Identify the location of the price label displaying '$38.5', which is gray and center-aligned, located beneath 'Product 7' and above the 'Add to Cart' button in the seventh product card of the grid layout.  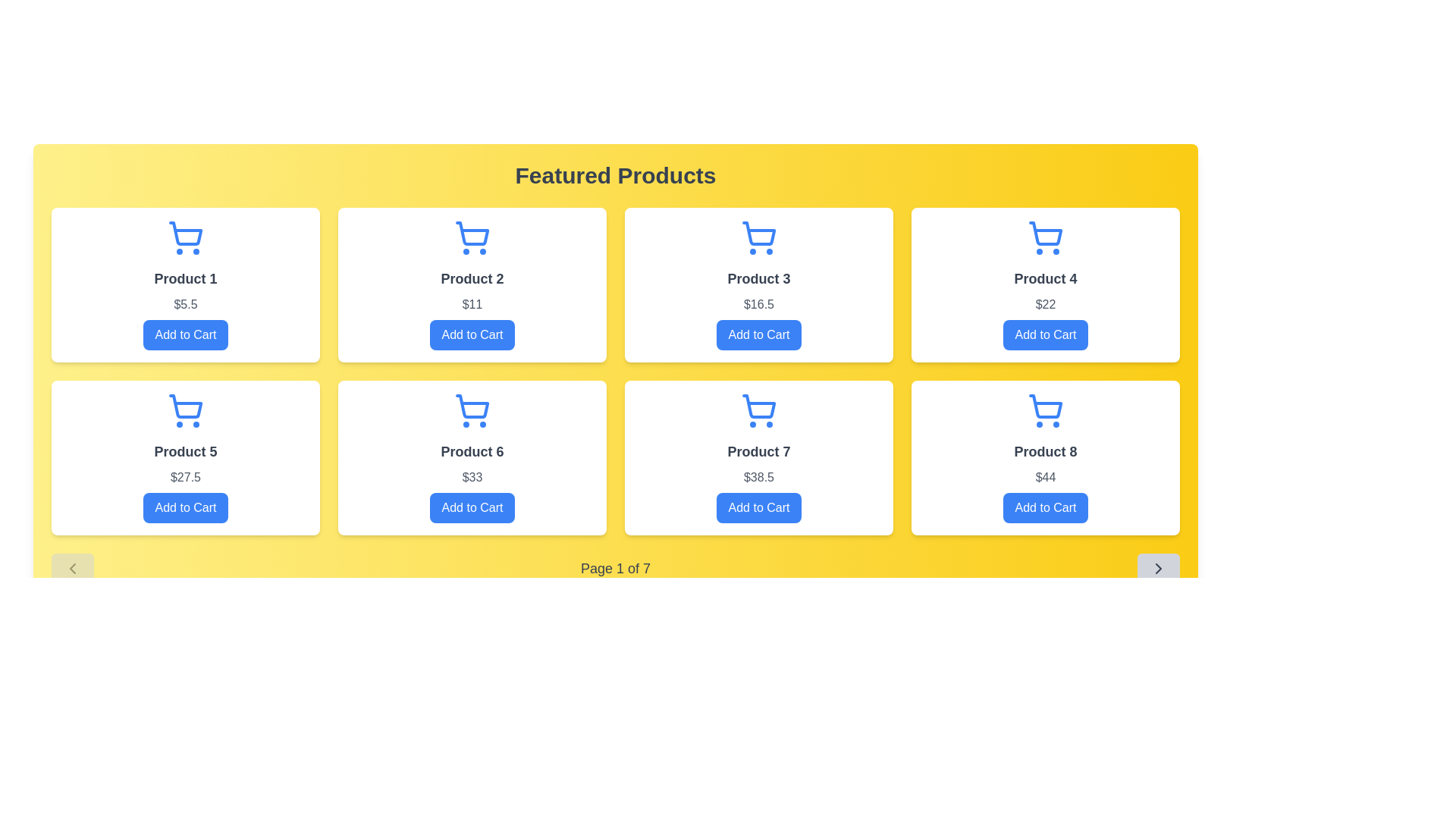
(759, 476).